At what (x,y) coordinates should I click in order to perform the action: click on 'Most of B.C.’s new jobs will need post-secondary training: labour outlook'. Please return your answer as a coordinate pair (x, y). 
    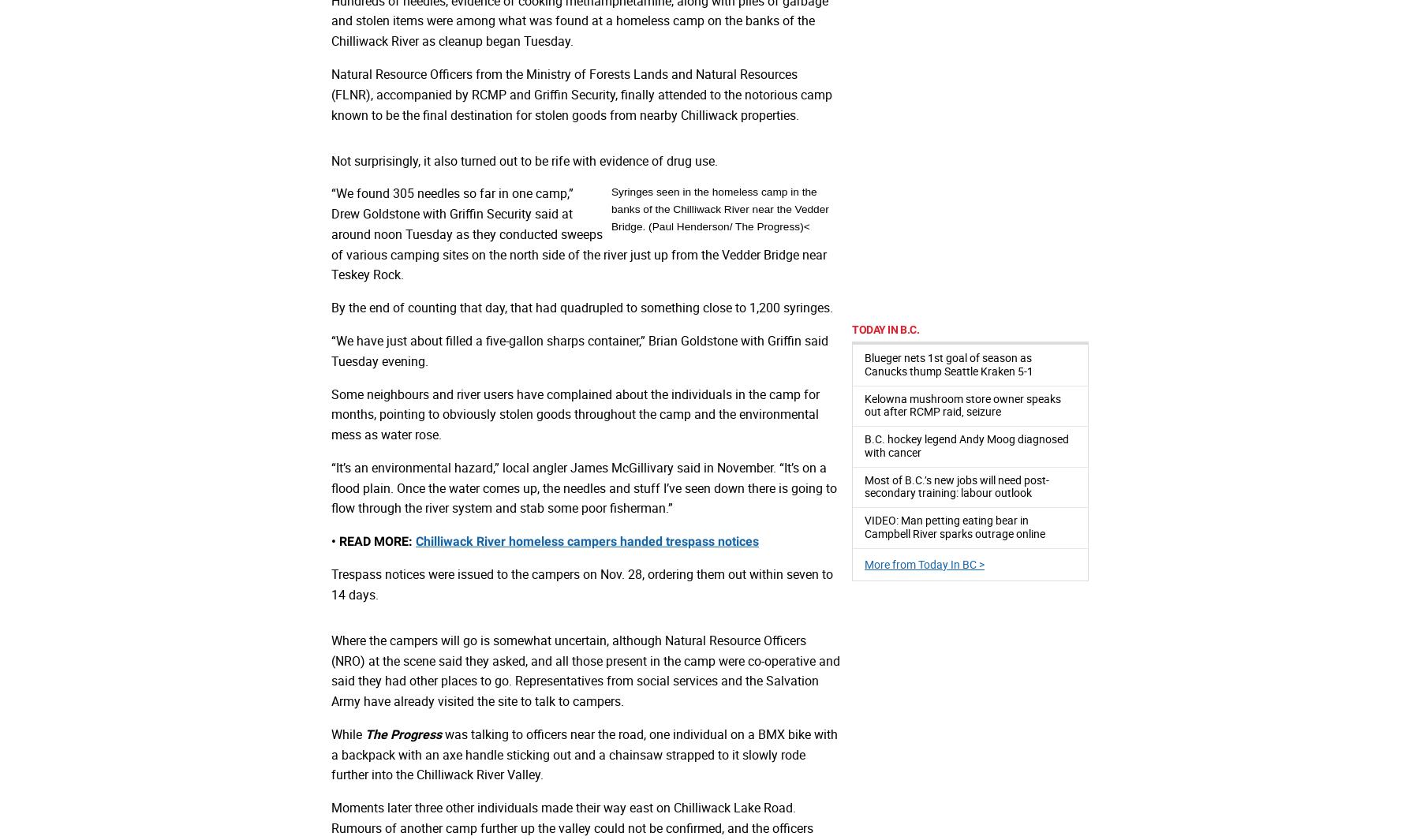
    Looking at the image, I should click on (865, 485).